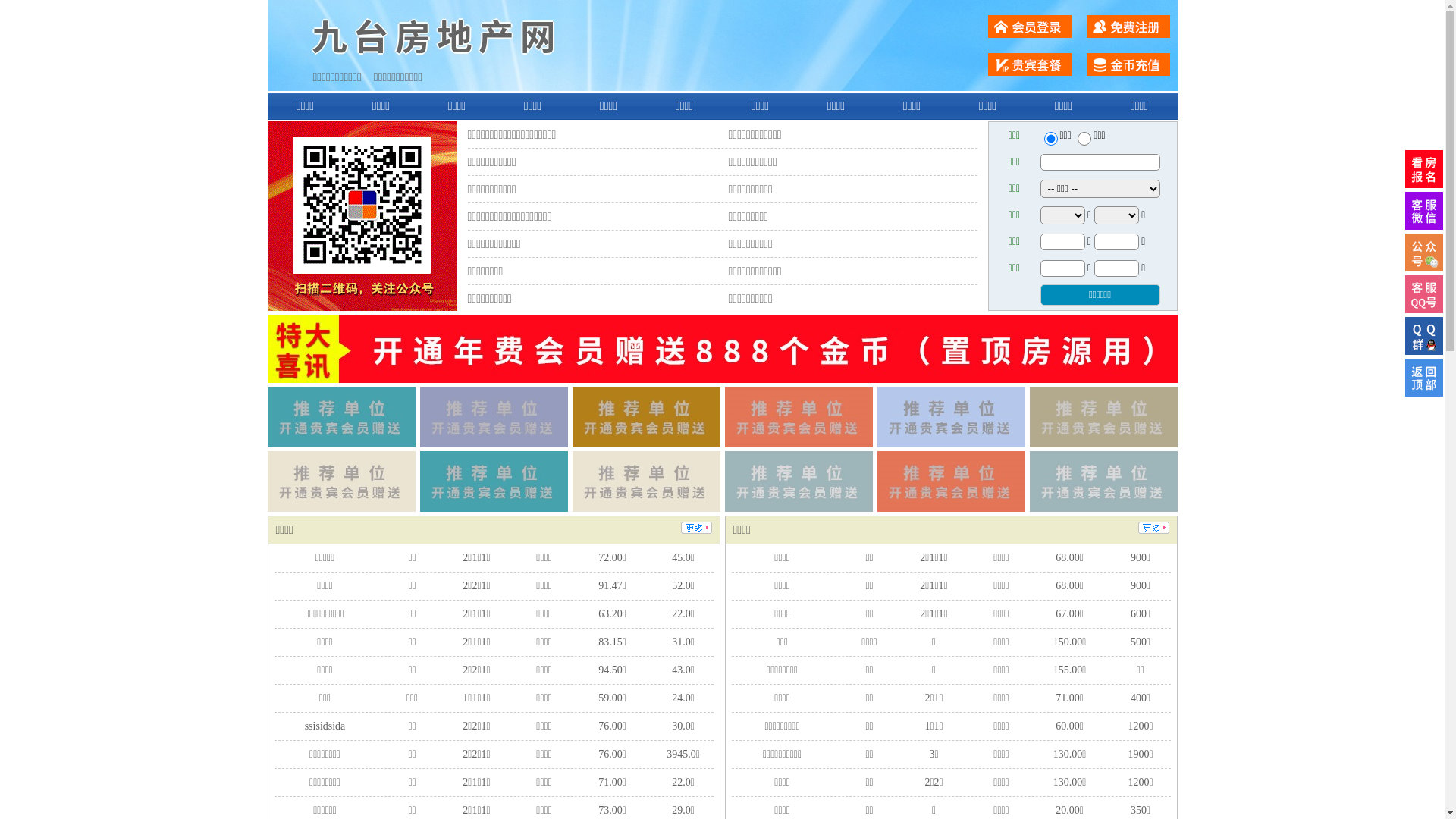 This screenshot has height=819, width=1456. I want to click on 'chuzu', so click(1076, 138).